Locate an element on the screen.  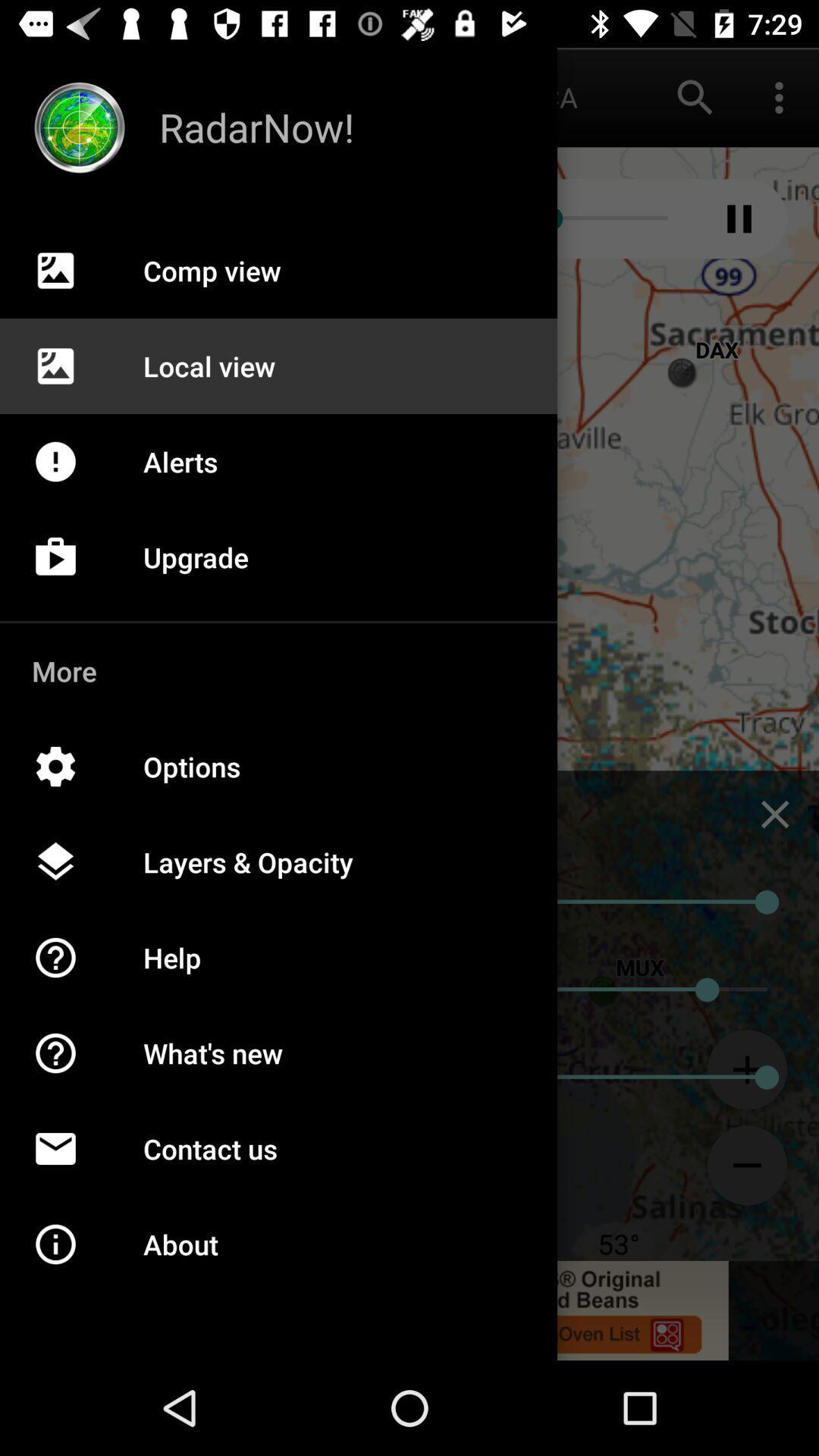
the minus icon is located at coordinates (746, 1164).